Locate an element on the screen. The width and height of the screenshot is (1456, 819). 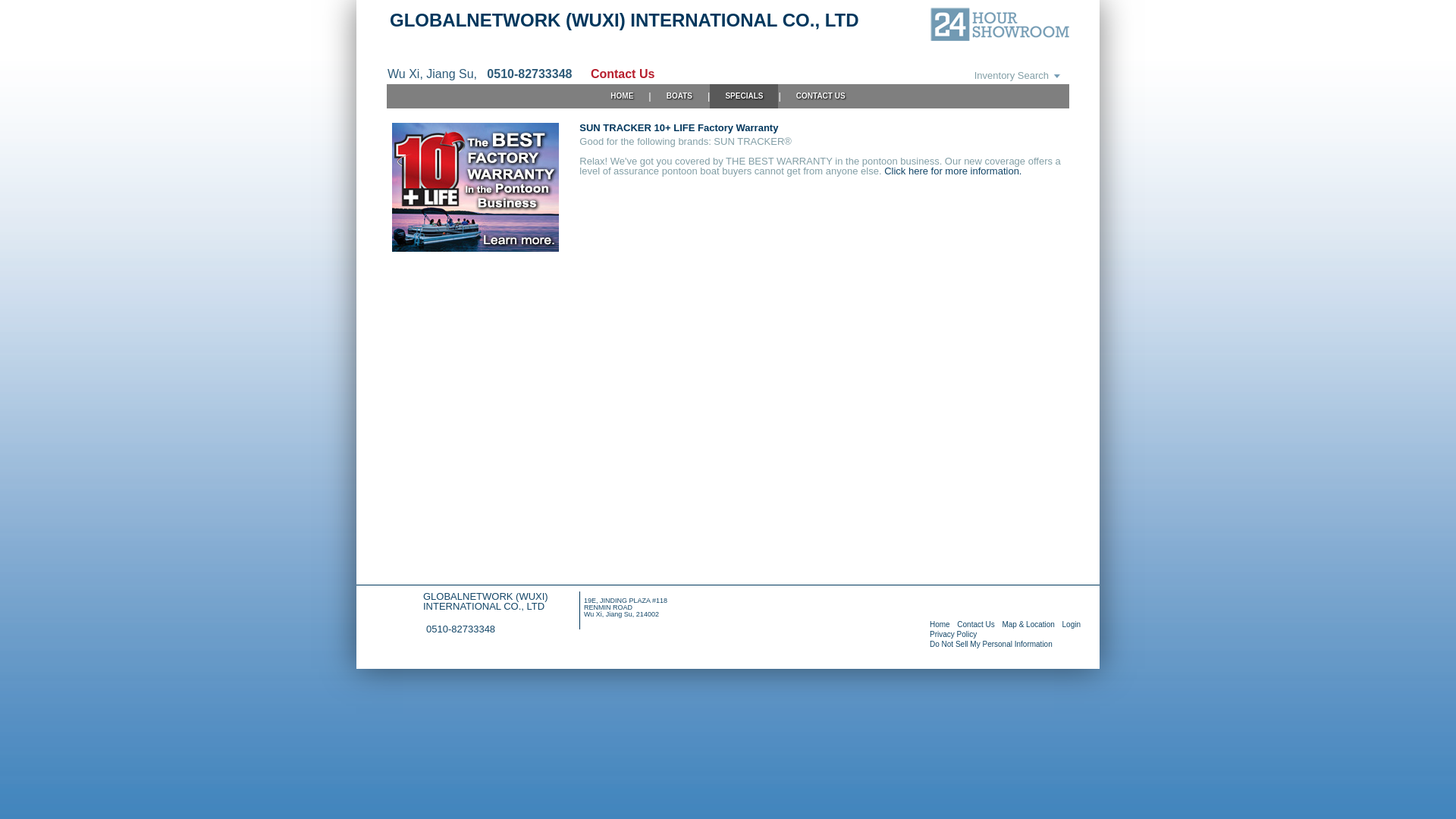
'Home' is located at coordinates (939, 624).